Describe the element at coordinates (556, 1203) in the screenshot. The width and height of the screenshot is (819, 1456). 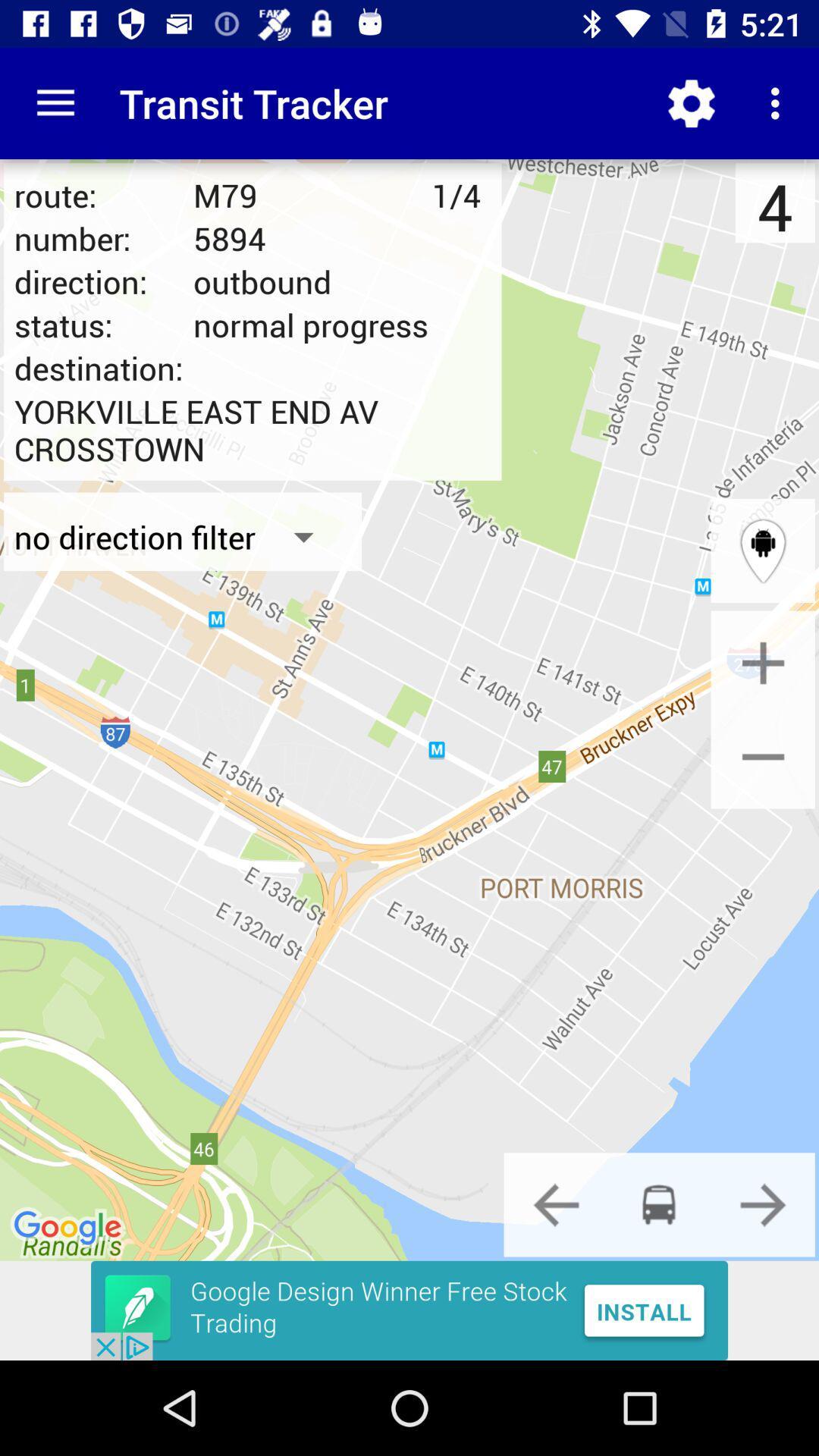
I see `change form of transporttion` at that location.